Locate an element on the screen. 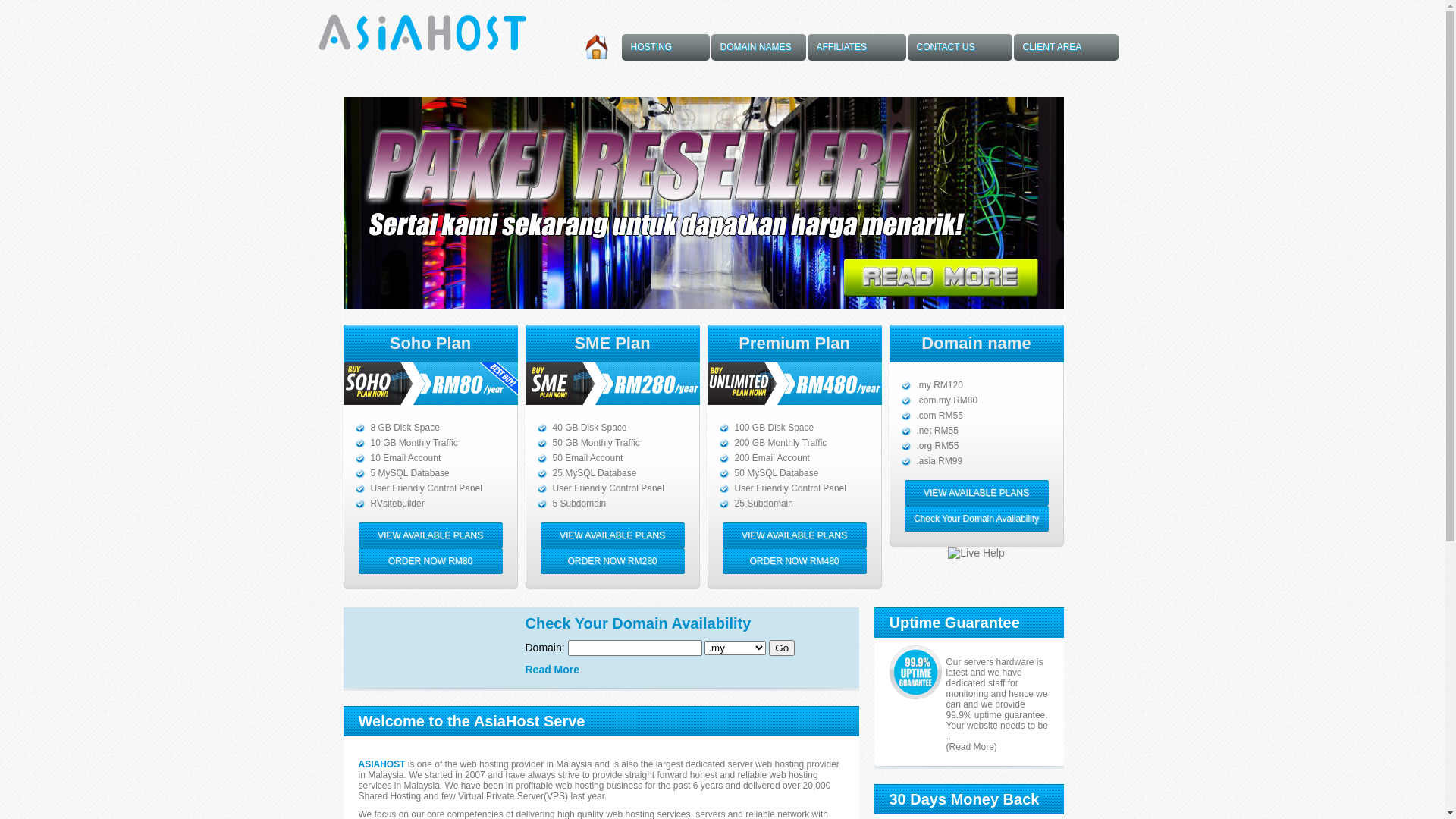 The width and height of the screenshot is (1456, 819). 'HOSTING' is located at coordinates (666, 46).